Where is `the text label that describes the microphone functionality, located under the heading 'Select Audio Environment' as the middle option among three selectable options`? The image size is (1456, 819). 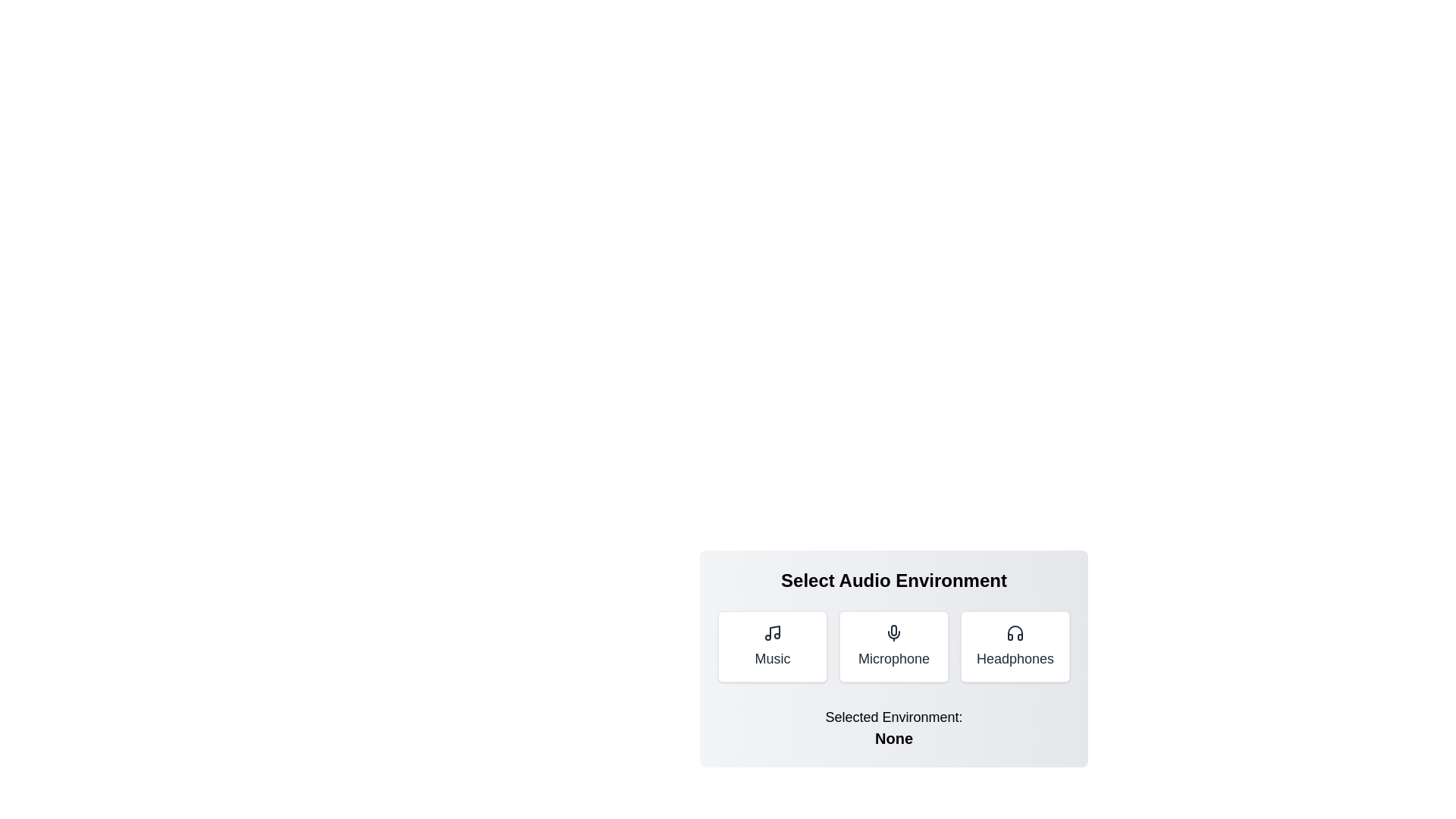 the text label that describes the microphone functionality, located under the heading 'Select Audio Environment' as the middle option among three selectable options is located at coordinates (894, 657).